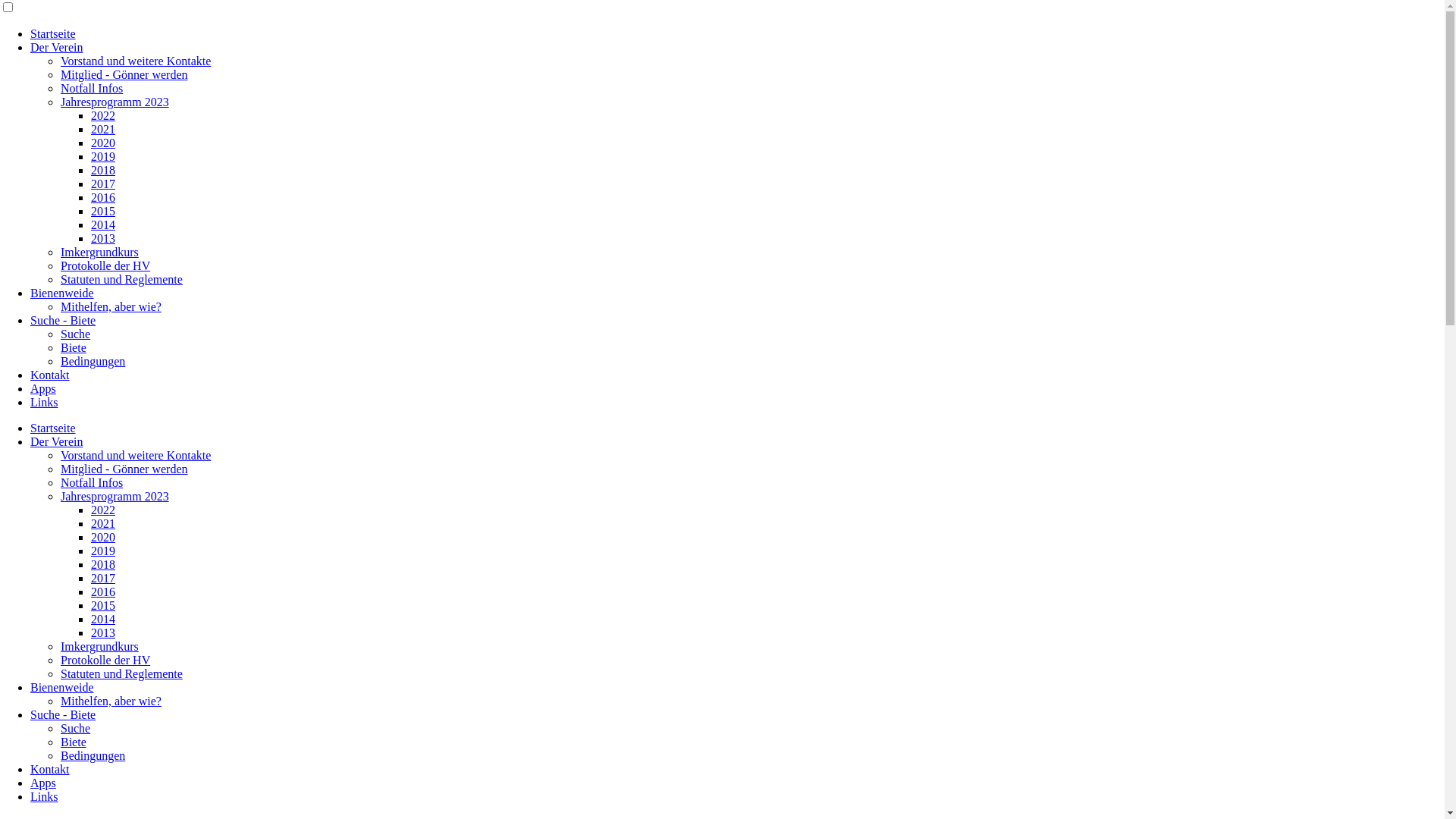  What do you see at coordinates (102, 238) in the screenshot?
I see `'2013'` at bounding box center [102, 238].